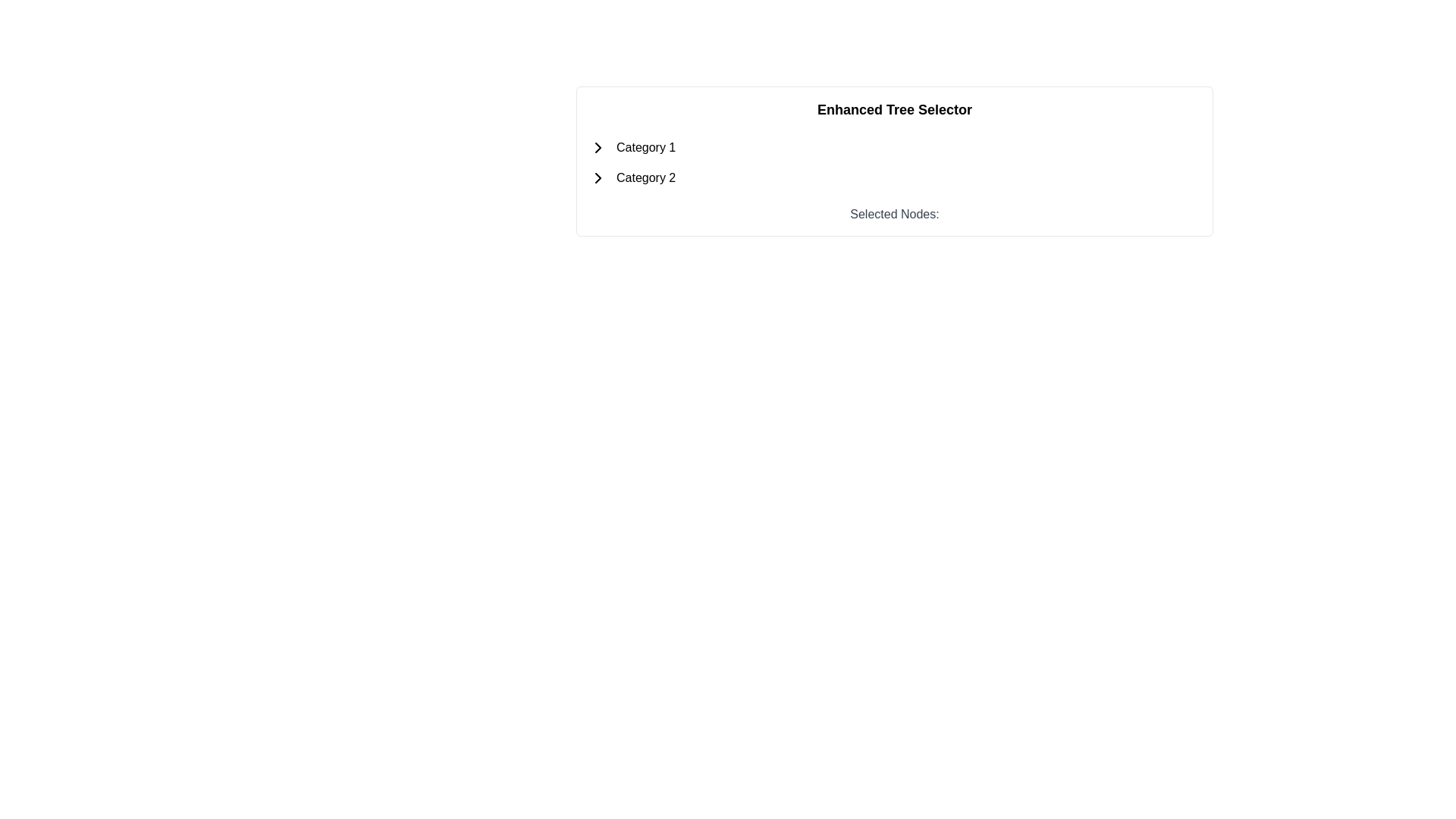  What do you see at coordinates (895, 109) in the screenshot?
I see `text label that says 'Enhanced Tree Selector', which is styled boldly and positioned at the top-center of the section` at bounding box center [895, 109].